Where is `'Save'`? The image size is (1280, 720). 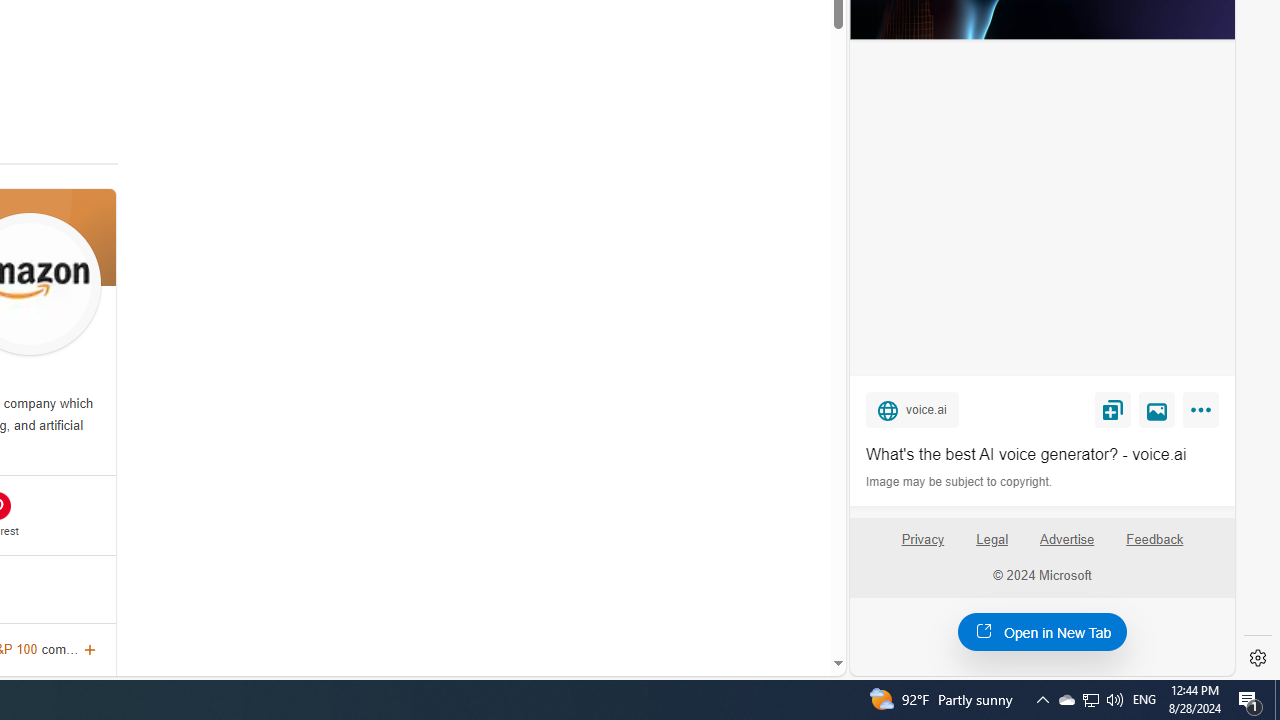 'Save' is located at coordinates (1111, 408).